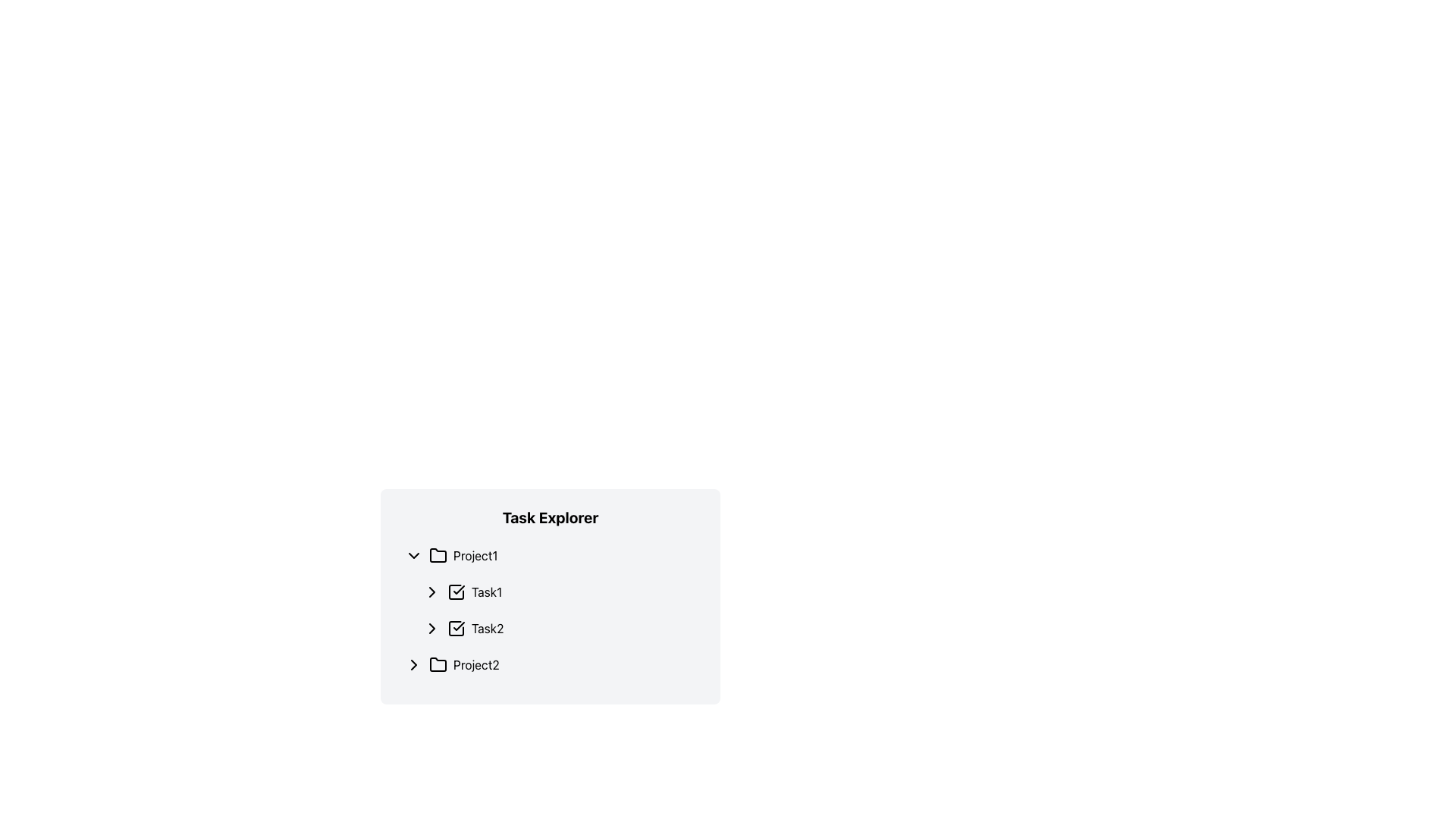 Image resolution: width=1456 pixels, height=819 pixels. Describe the element at coordinates (437, 555) in the screenshot. I see `the folder icon located in the 'Task Explorer' interface, to the left of the text 'Project1', to interact with it` at that location.